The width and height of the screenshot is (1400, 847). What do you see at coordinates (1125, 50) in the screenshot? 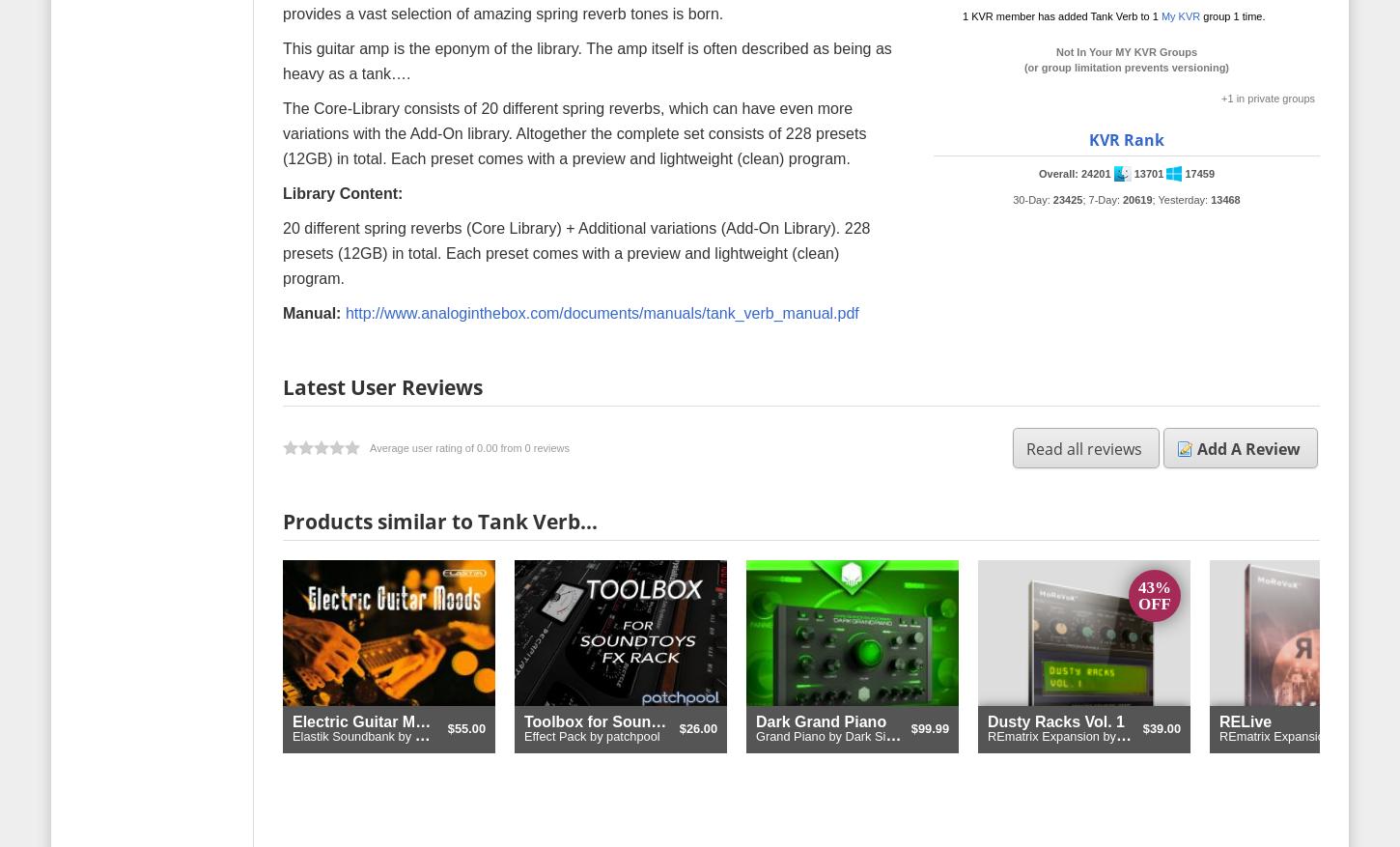
I see `'Not In Your MY KVR Groups'` at bounding box center [1125, 50].